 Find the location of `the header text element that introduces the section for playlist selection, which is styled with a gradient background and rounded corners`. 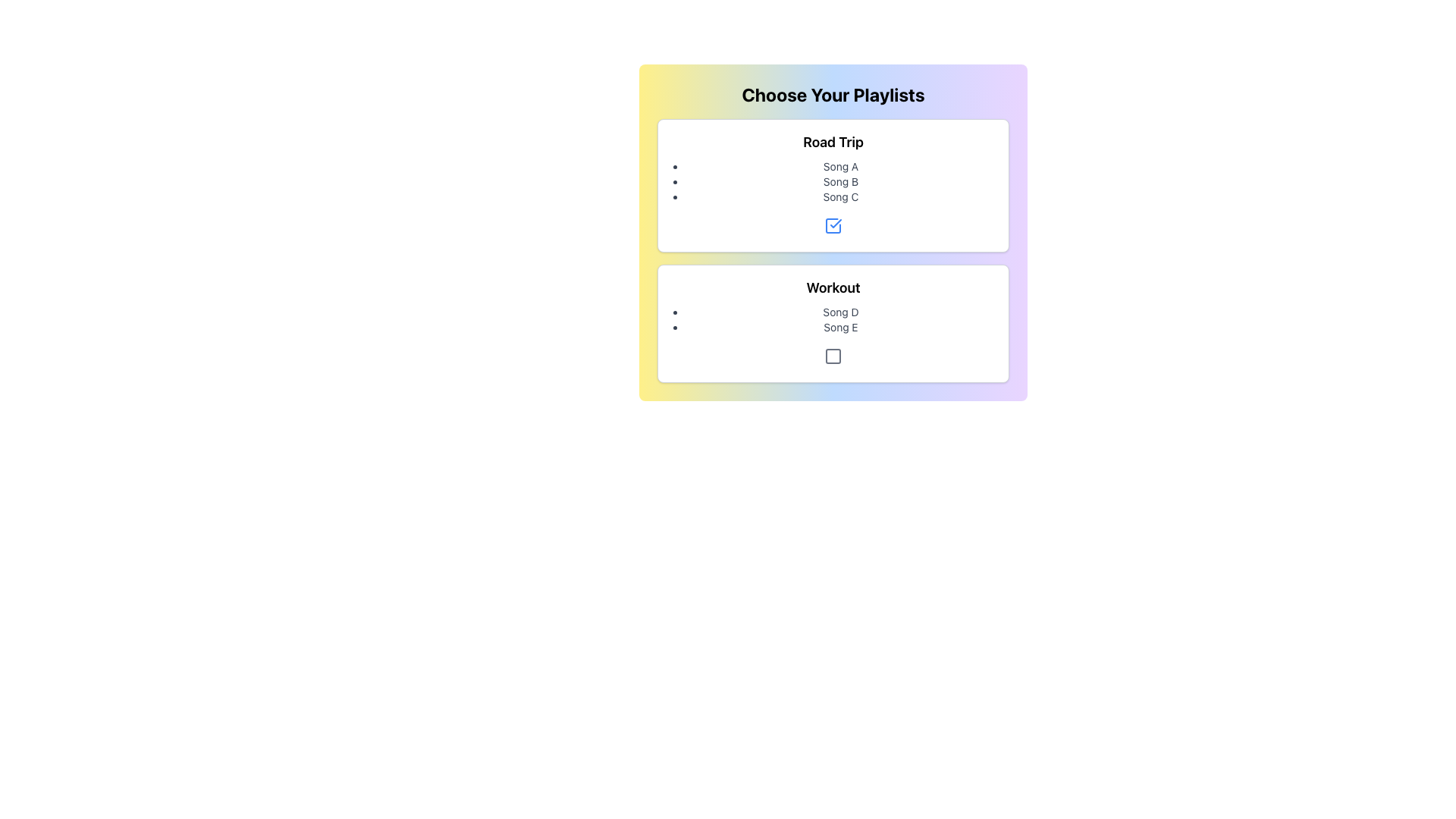

the header text element that introduces the section for playlist selection, which is styled with a gradient background and rounded corners is located at coordinates (833, 94).